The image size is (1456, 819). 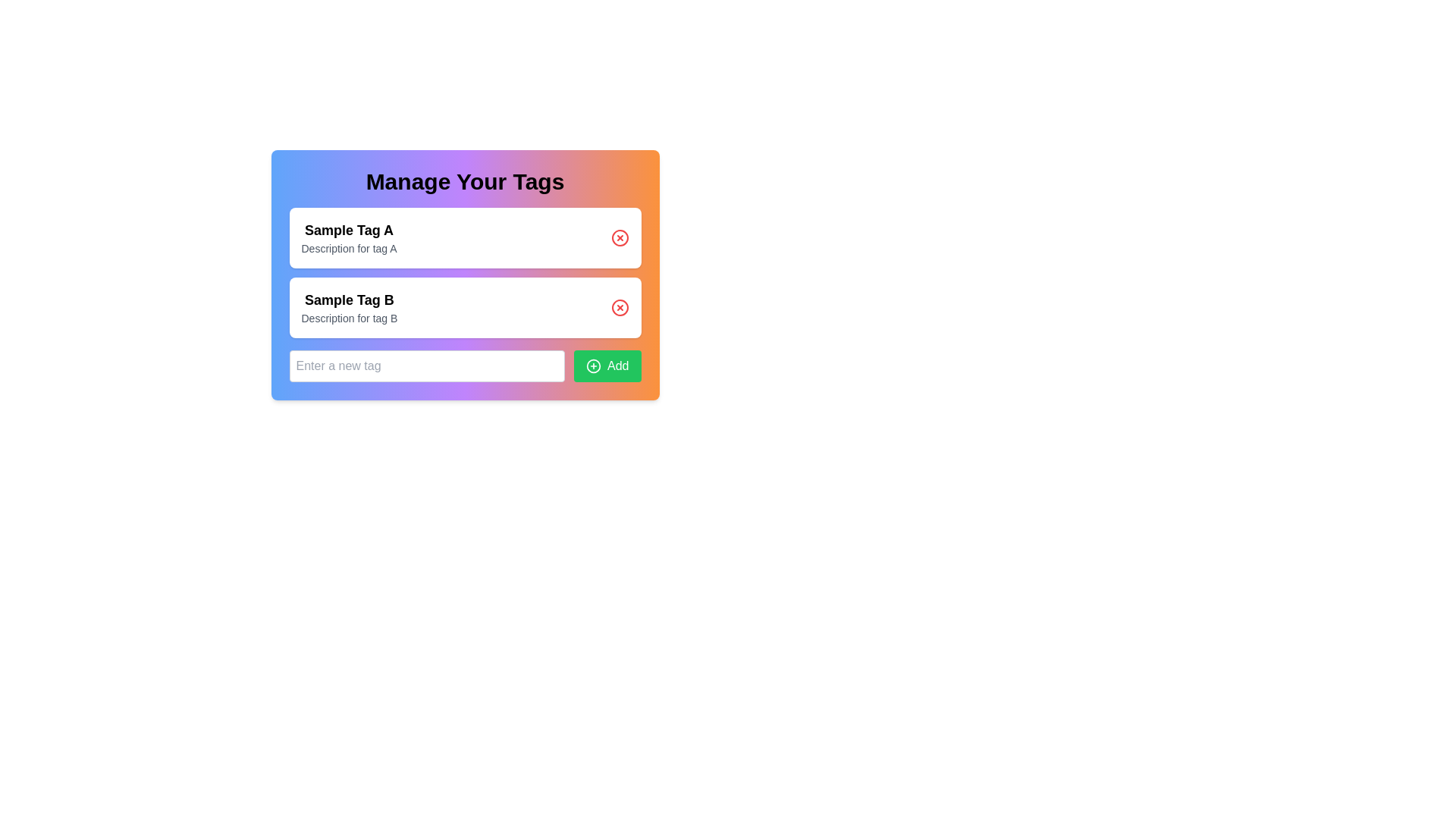 I want to click on the delete button associated with 'Sample Tag B' to change its color, so click(x=620, y=307).